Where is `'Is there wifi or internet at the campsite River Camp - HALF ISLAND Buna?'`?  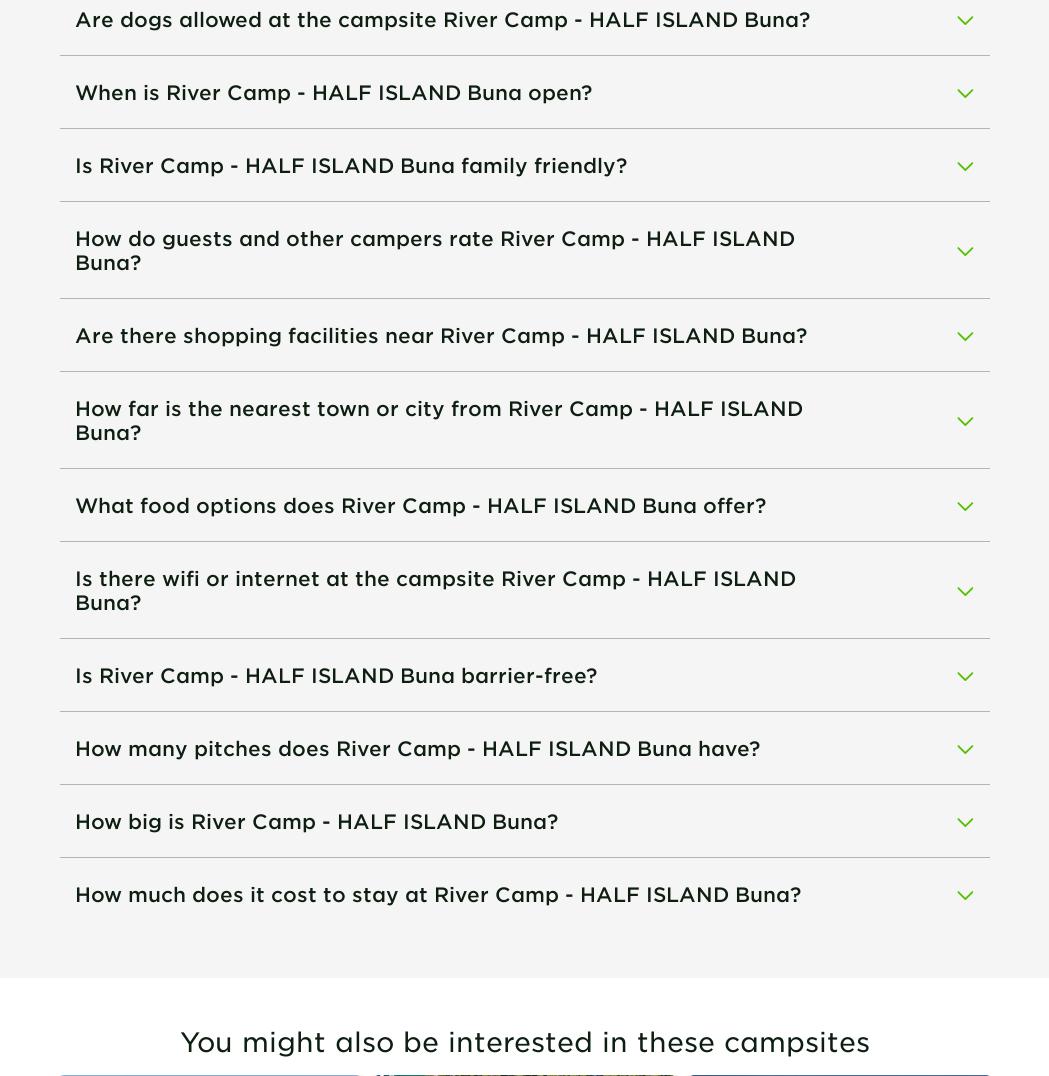
'Is there wifi or internet at the campsite River Camp - HALF ISLAND Buna?' is located at coordinates (73, 589).